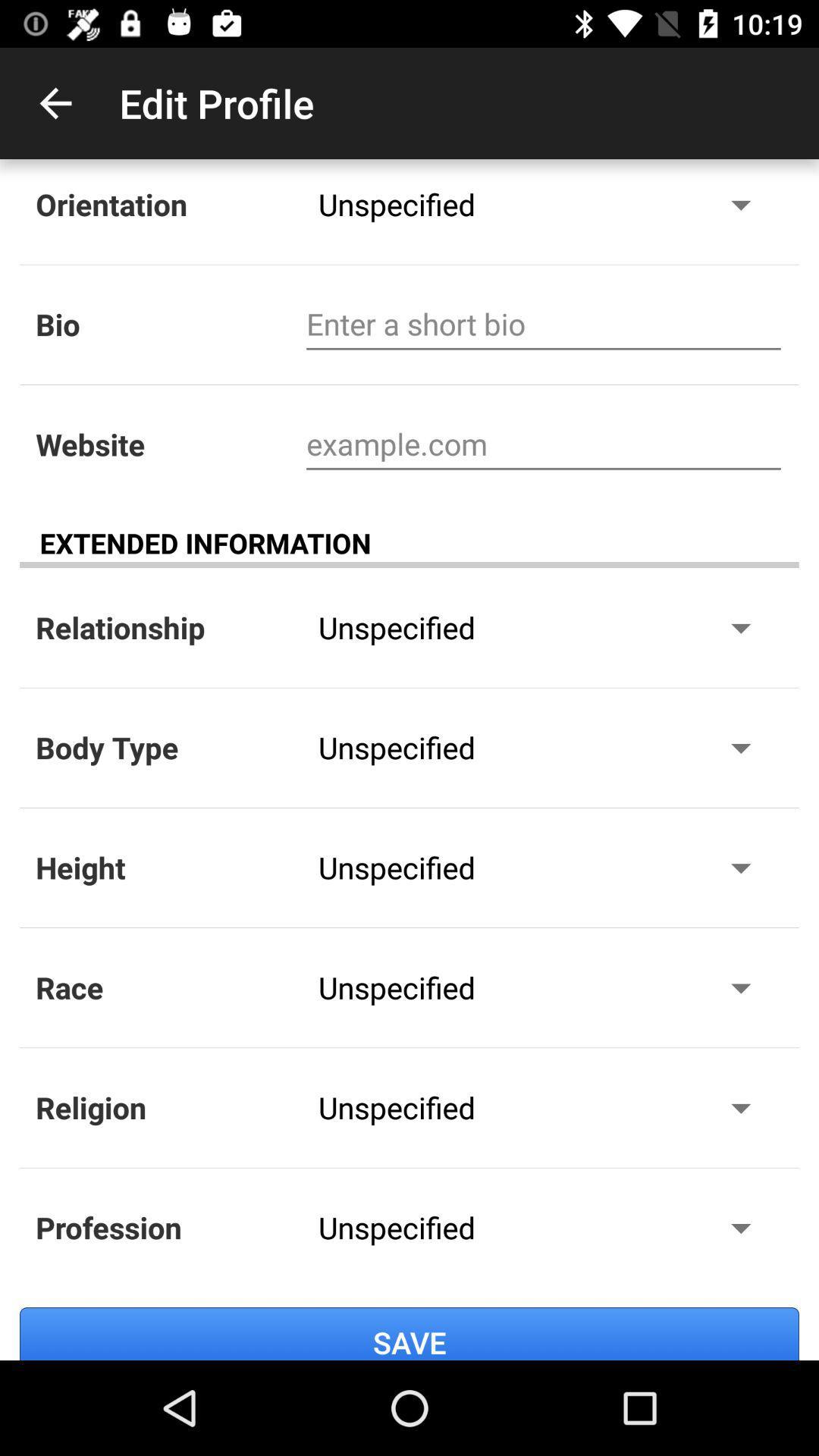 The height and width of the screenshot is (1456, 819). I want to click on website name, so click(543, 444).